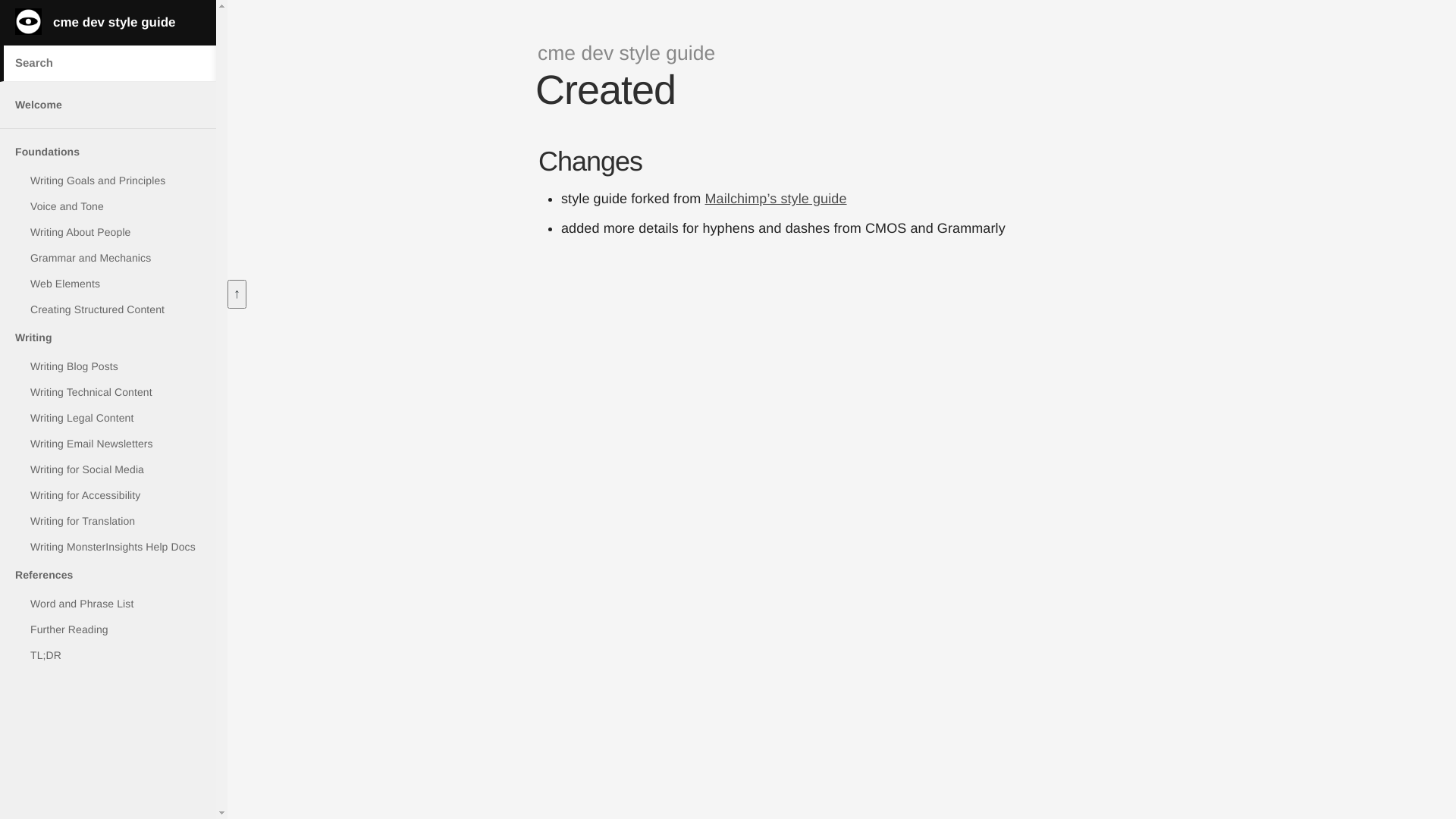 This screenshot has height=819, width=1456. Describe the element at coordinates (107, 391) in the screenshot. I see `'Writing Technical Content'` at that location.